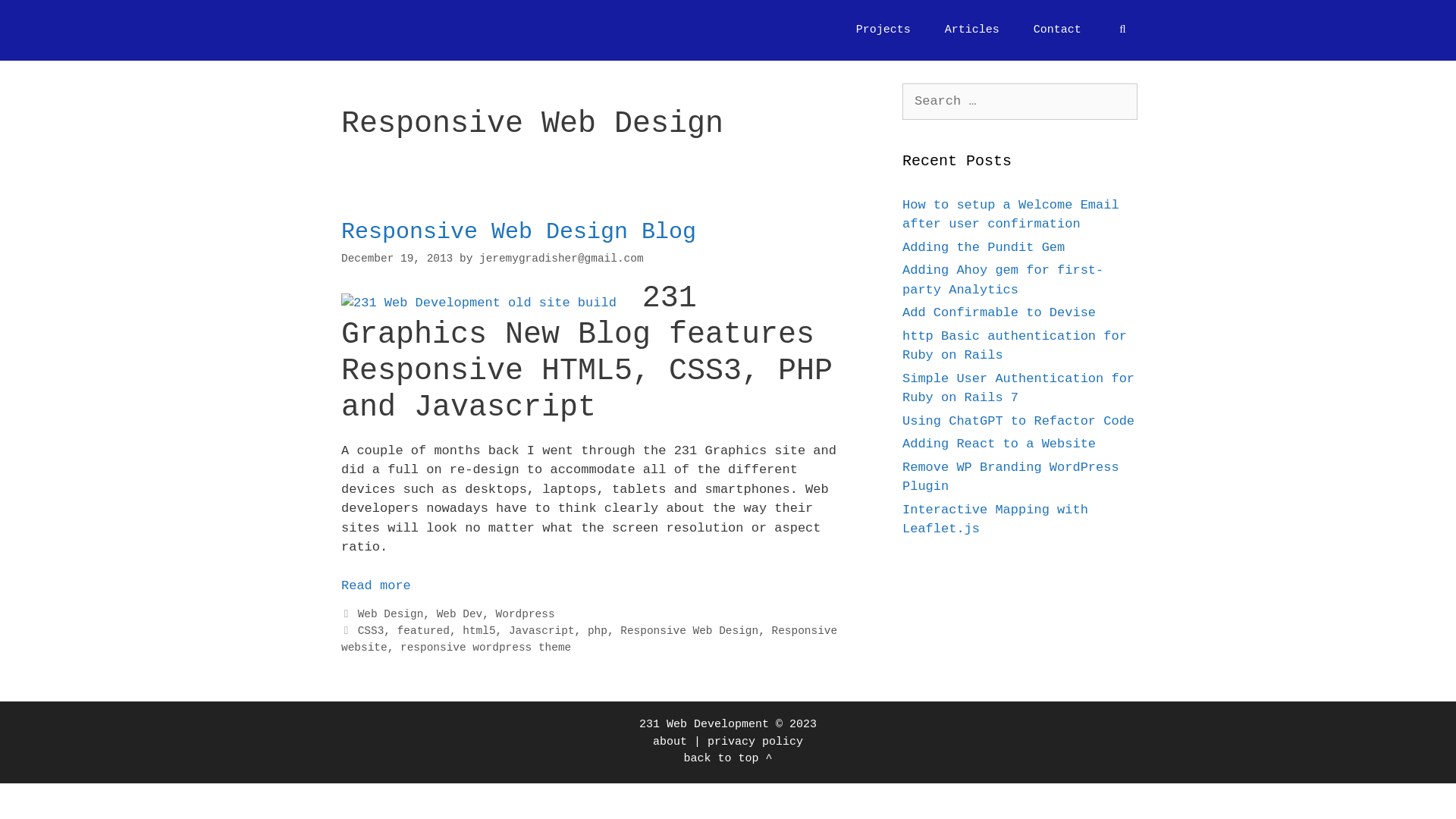  What do you see at coordinates (1018, 421) in the screenshot?
I see `'Using ChatGPT to Refactor Code'` at bounding box center [1018, 421].